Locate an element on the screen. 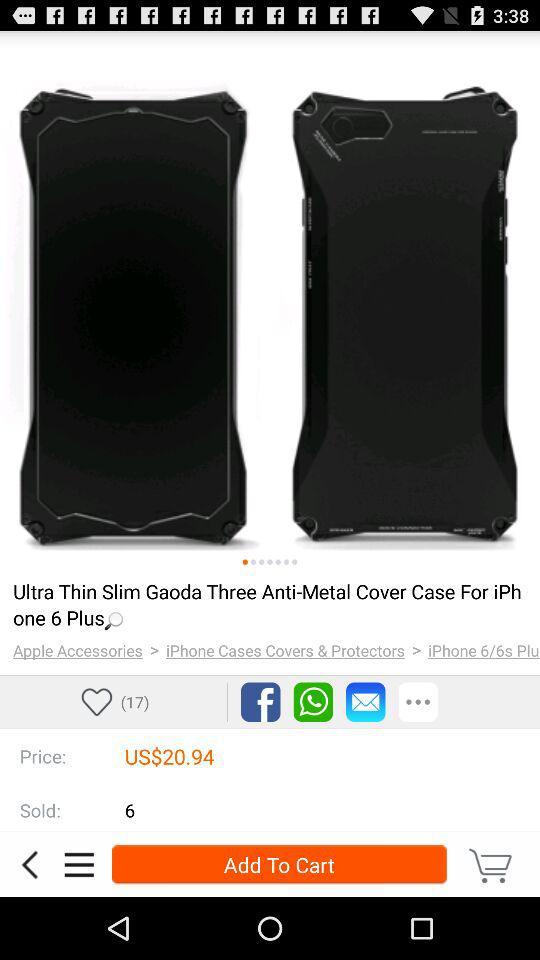 This screenshot has height=960, width=540. item to the left of the > app is located at coordinates (76, 649).